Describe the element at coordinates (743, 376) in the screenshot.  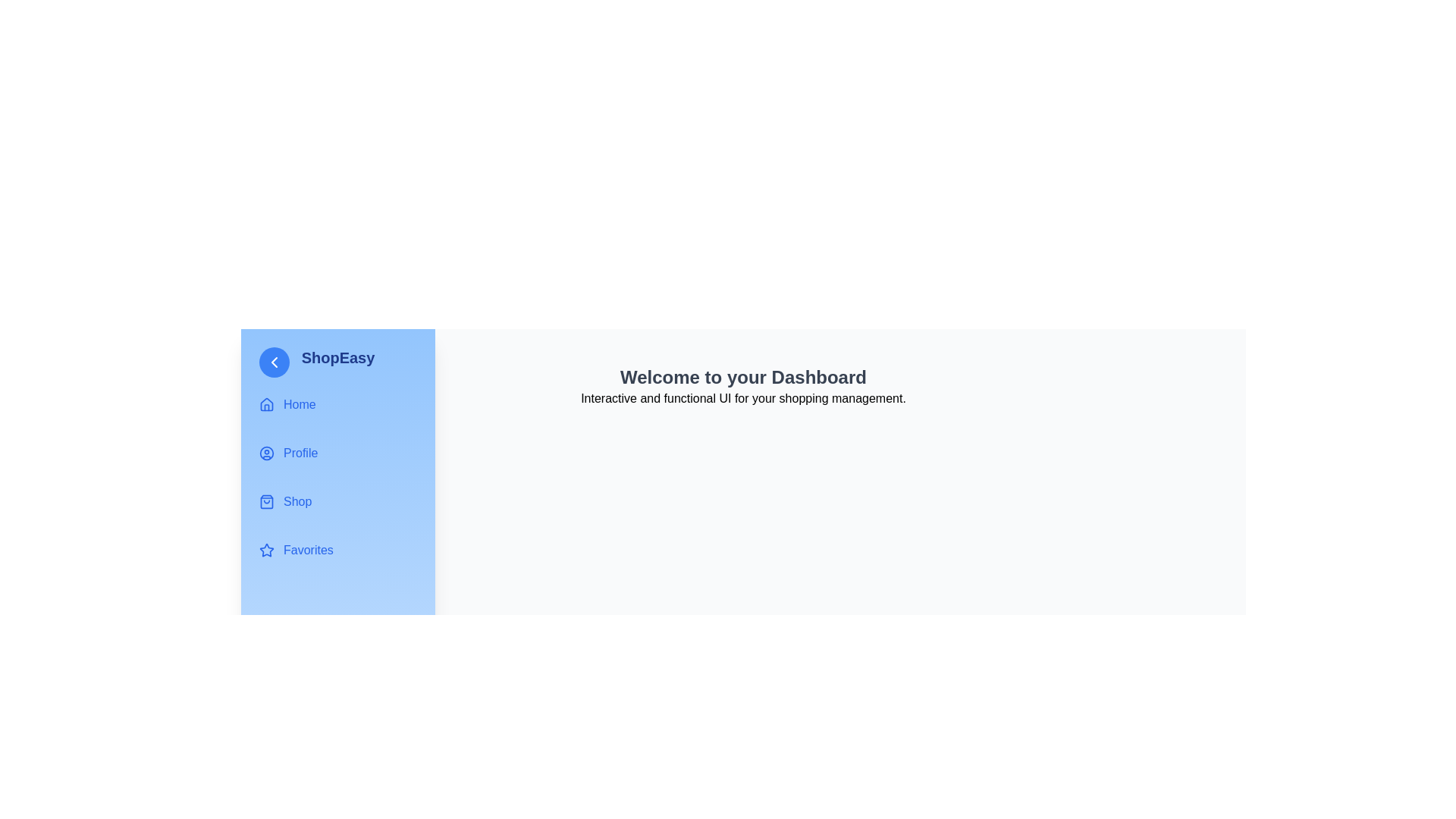
I see `the header text element that welcomes the user to their dashboard and sets the context for the content below it` at that location.